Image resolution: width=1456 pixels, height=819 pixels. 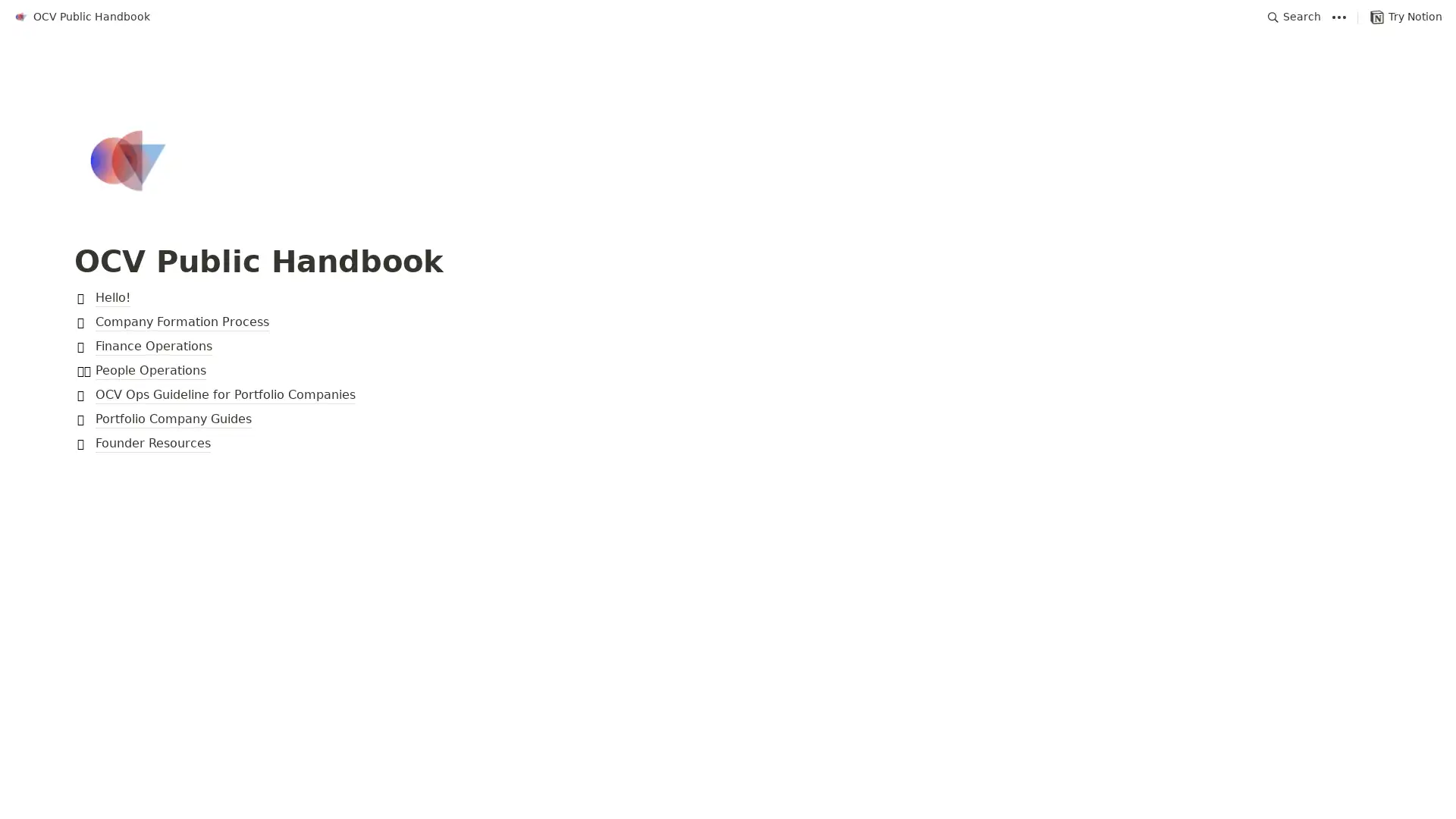 I want to click on People Operations, so click(x=728, y=371).